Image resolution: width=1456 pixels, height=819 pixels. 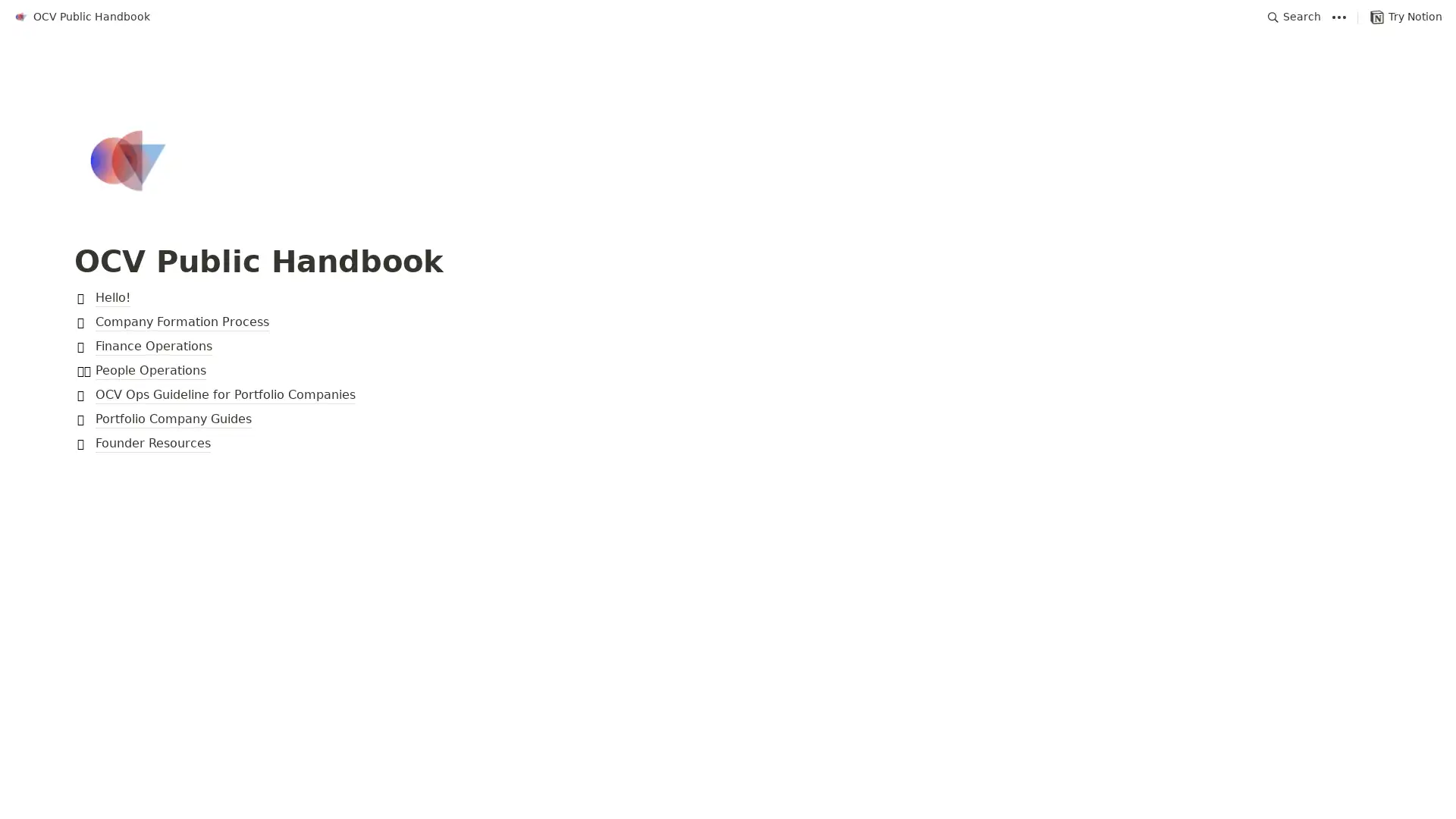 I want to click on People Operations, so click(x=728, y=371).